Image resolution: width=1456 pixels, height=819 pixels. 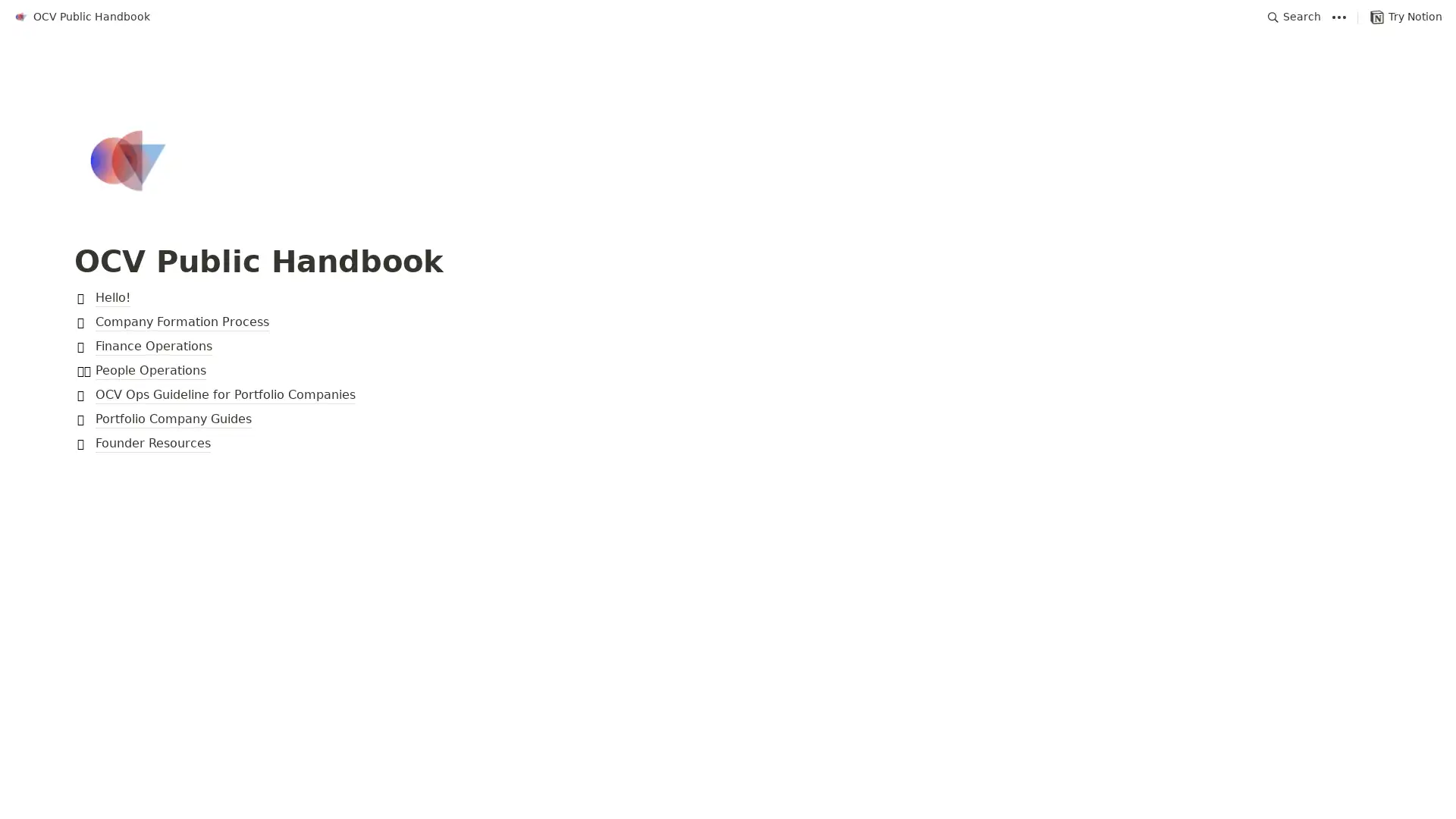 I want to click on People Operations, so click(x=728, y=371).